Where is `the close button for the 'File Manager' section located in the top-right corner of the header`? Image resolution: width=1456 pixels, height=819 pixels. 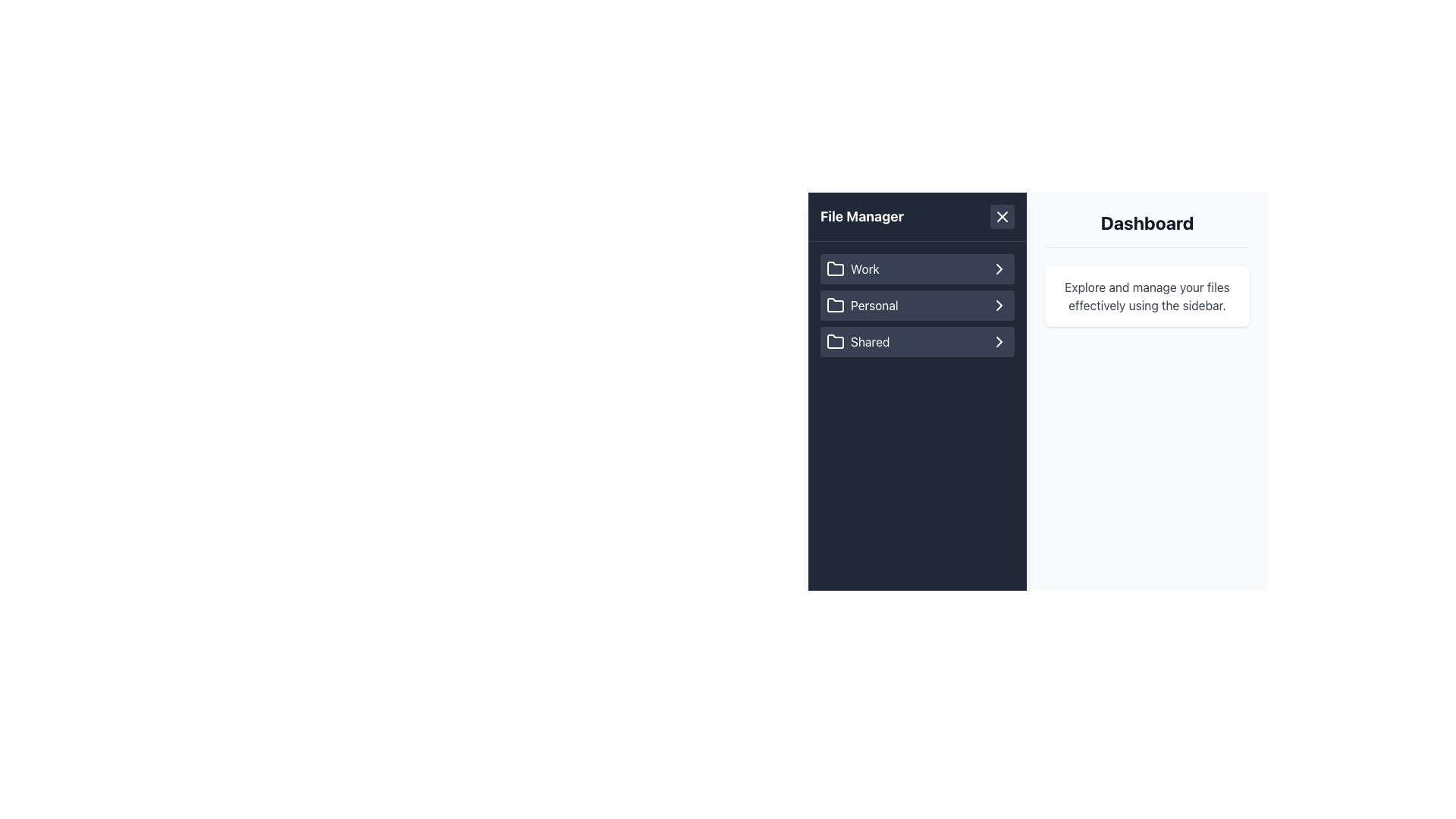 the close button for the 'File Manager' section located in the top-right corner of the header is located at coordinates (1002, 216).